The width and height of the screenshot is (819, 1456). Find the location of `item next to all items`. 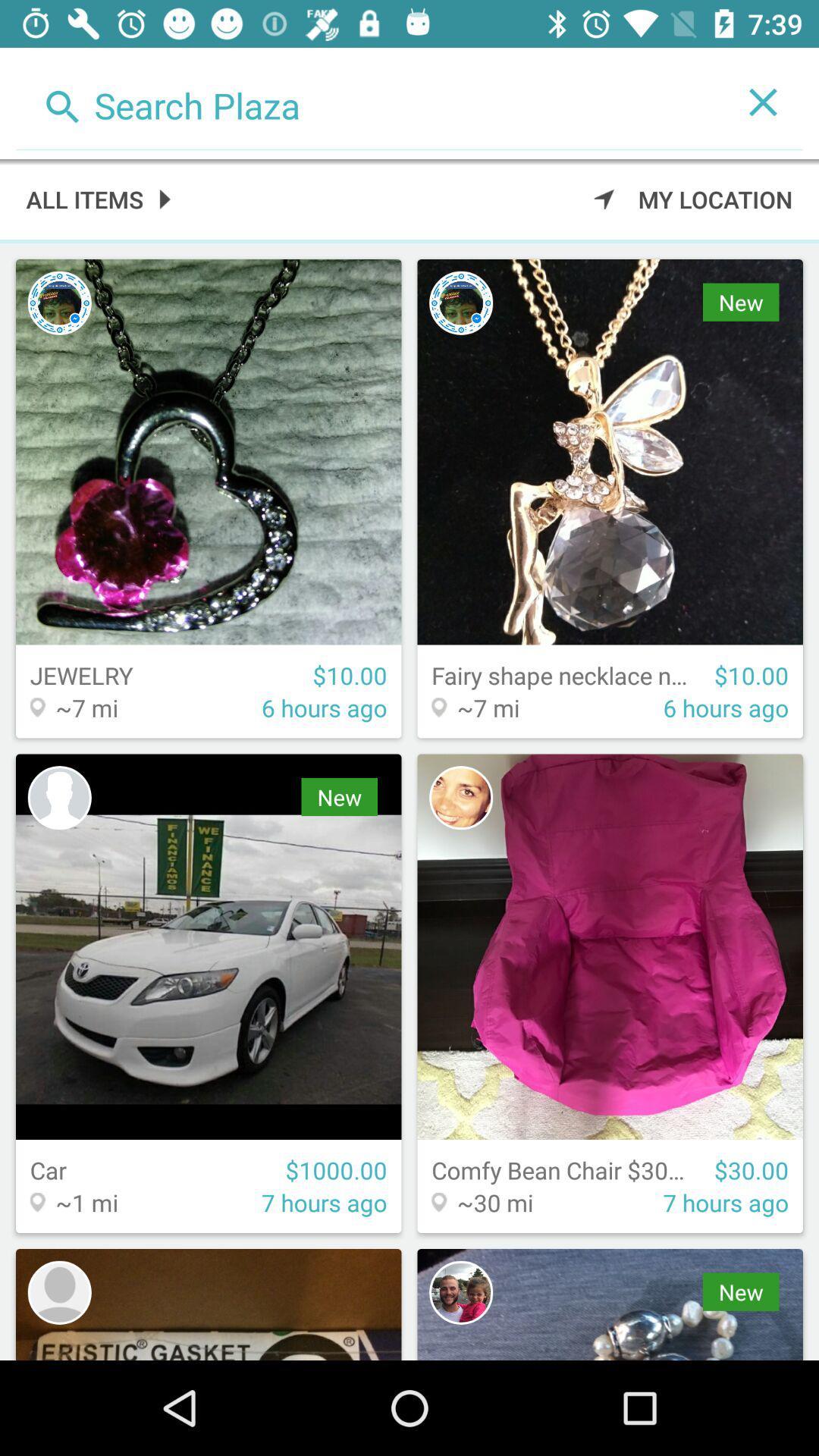

item next to all items is located at coordinates (693, 198).